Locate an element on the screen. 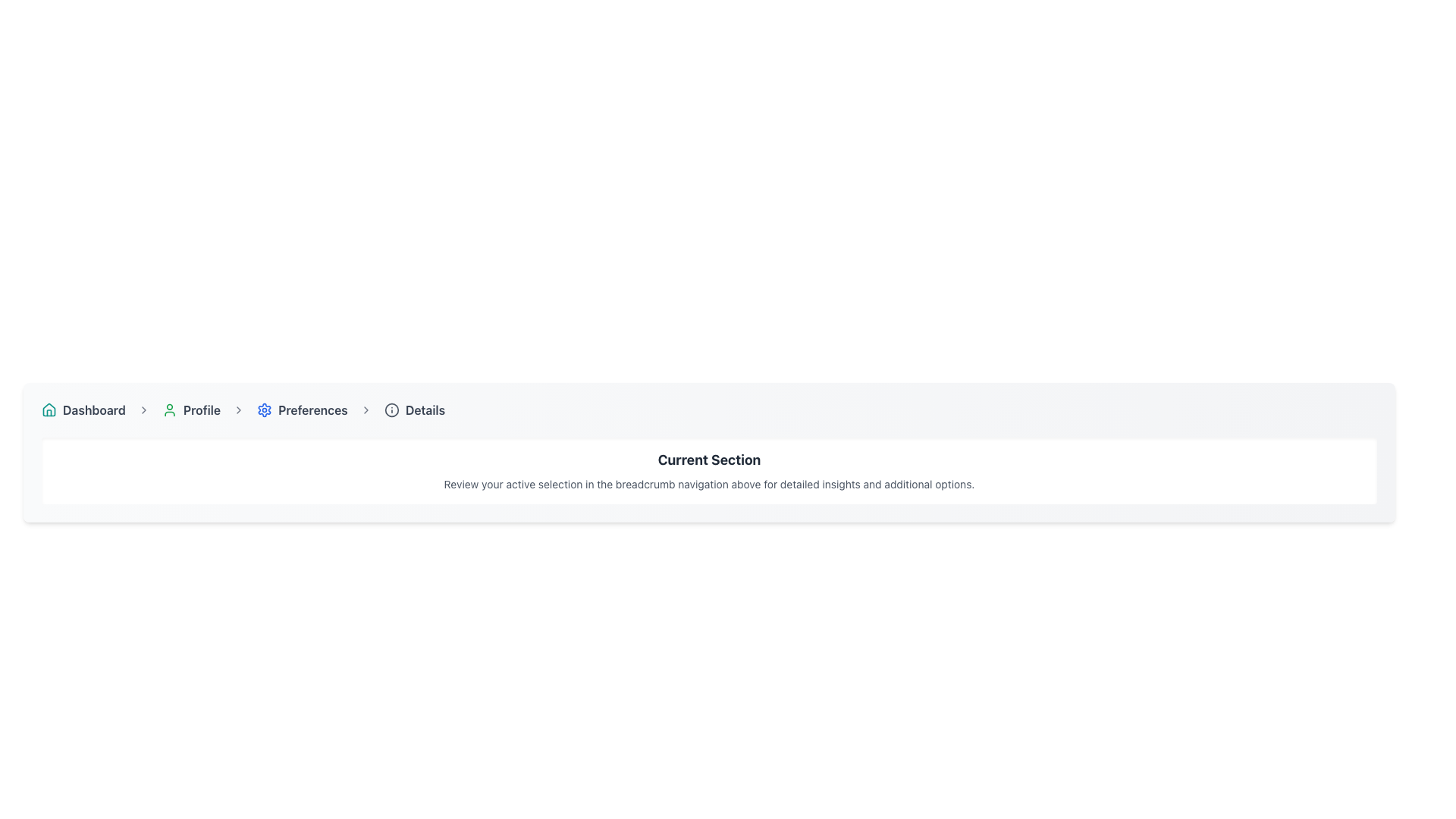  the breadcrumb link that navigates to the Profile section, which is the second item is located at coordinates (190, 409).